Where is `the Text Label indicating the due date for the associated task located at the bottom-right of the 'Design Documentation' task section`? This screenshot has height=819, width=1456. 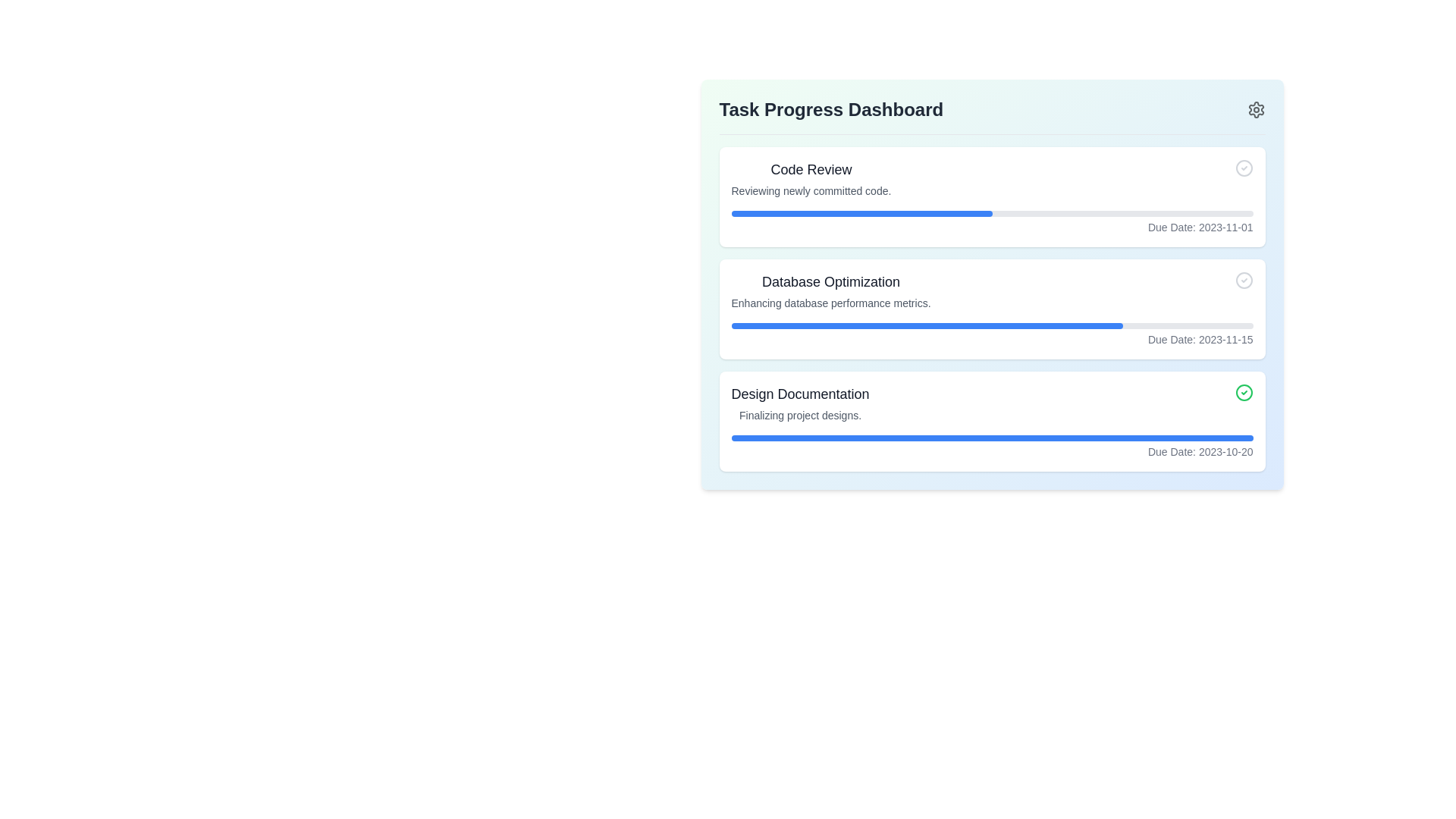 the Text Label indicating the due date for the associated task located at the bottom-right of the 'Design Documentation' task section is located at coordinates (992, 451).